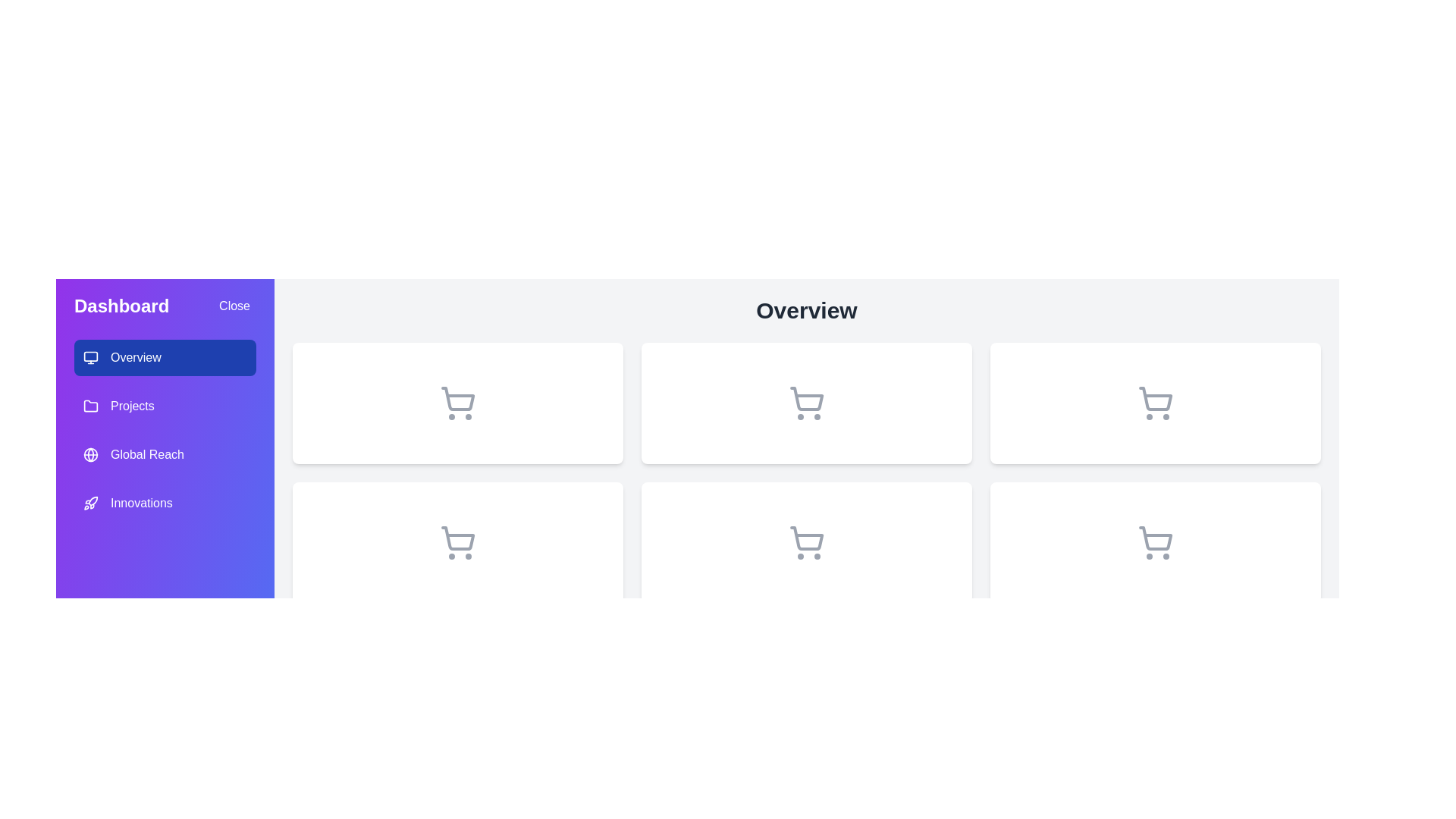 The image size is (1456, 819). What do you see at coordinates (165, 454) in the screenshot?
I see `the menu item labeled Global Reach to observe its hover effect` at bounding box center [165, 454].